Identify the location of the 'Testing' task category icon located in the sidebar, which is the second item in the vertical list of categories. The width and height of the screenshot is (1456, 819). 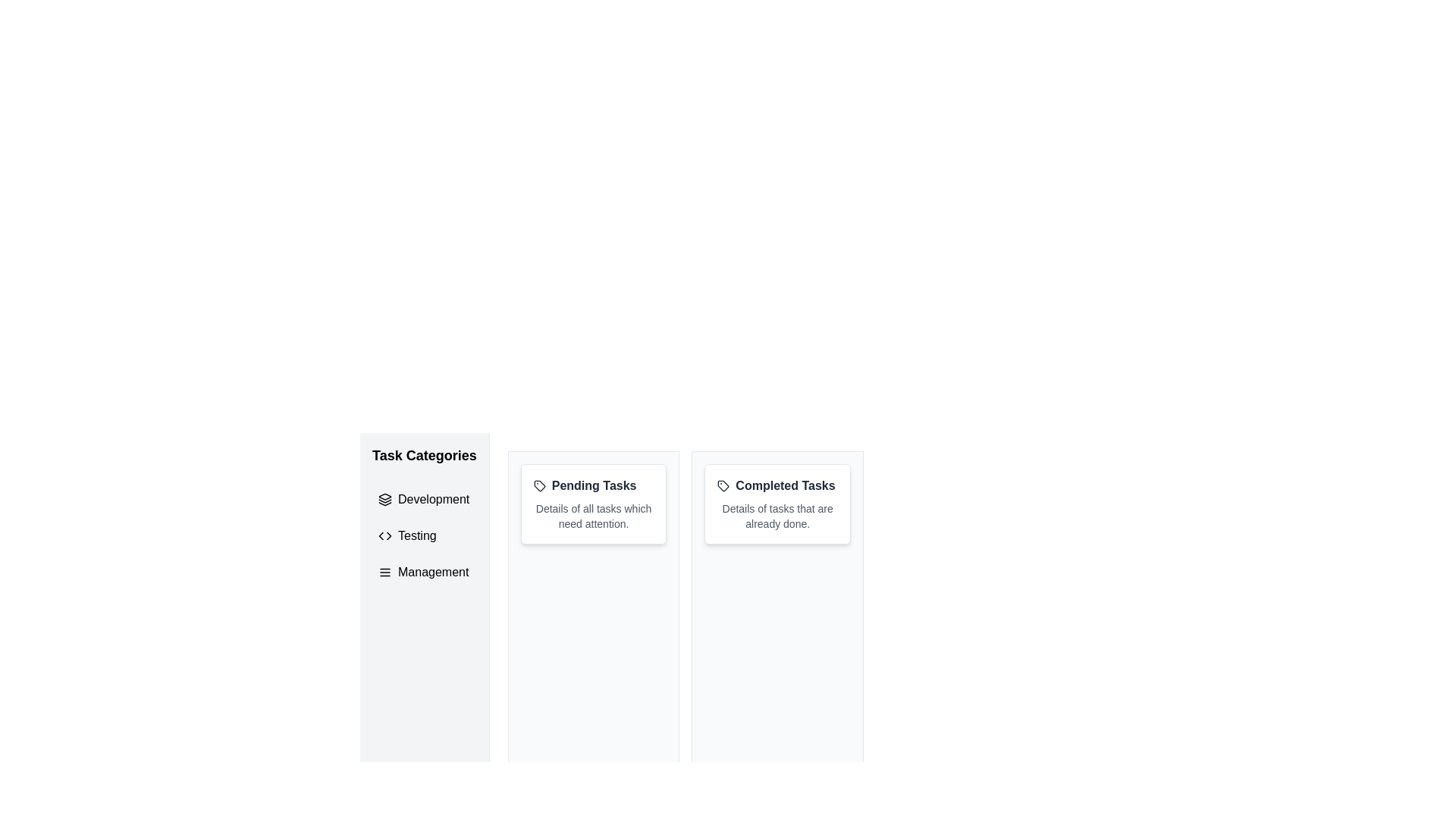
(385, 535).